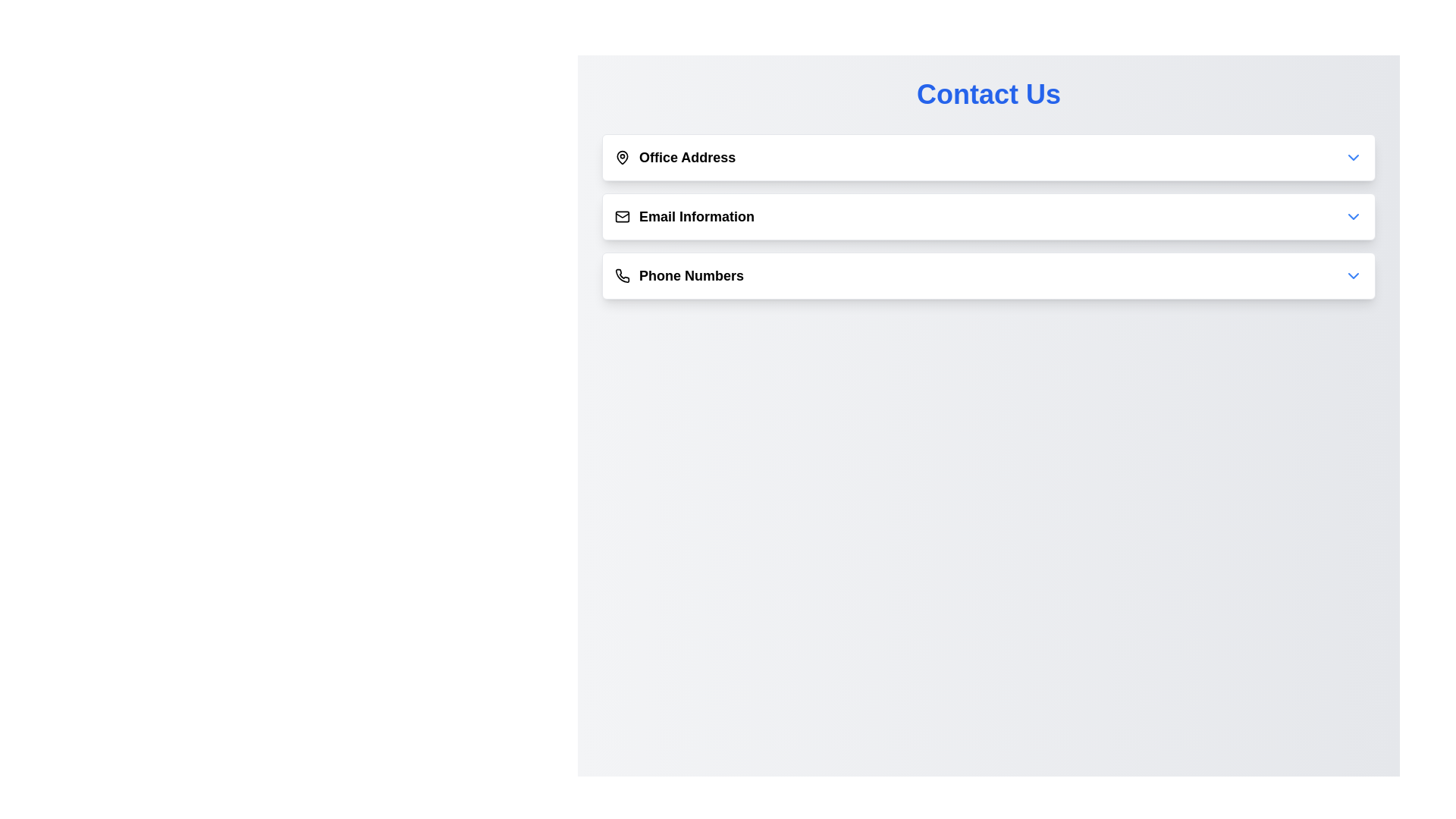 This screenshot has height=819, width=1456. What do you see at coordinates (683, 216) in the screenshot?
I see `the second label with an icon under the 'Contact Us' header` at bounding box center [683, 216].